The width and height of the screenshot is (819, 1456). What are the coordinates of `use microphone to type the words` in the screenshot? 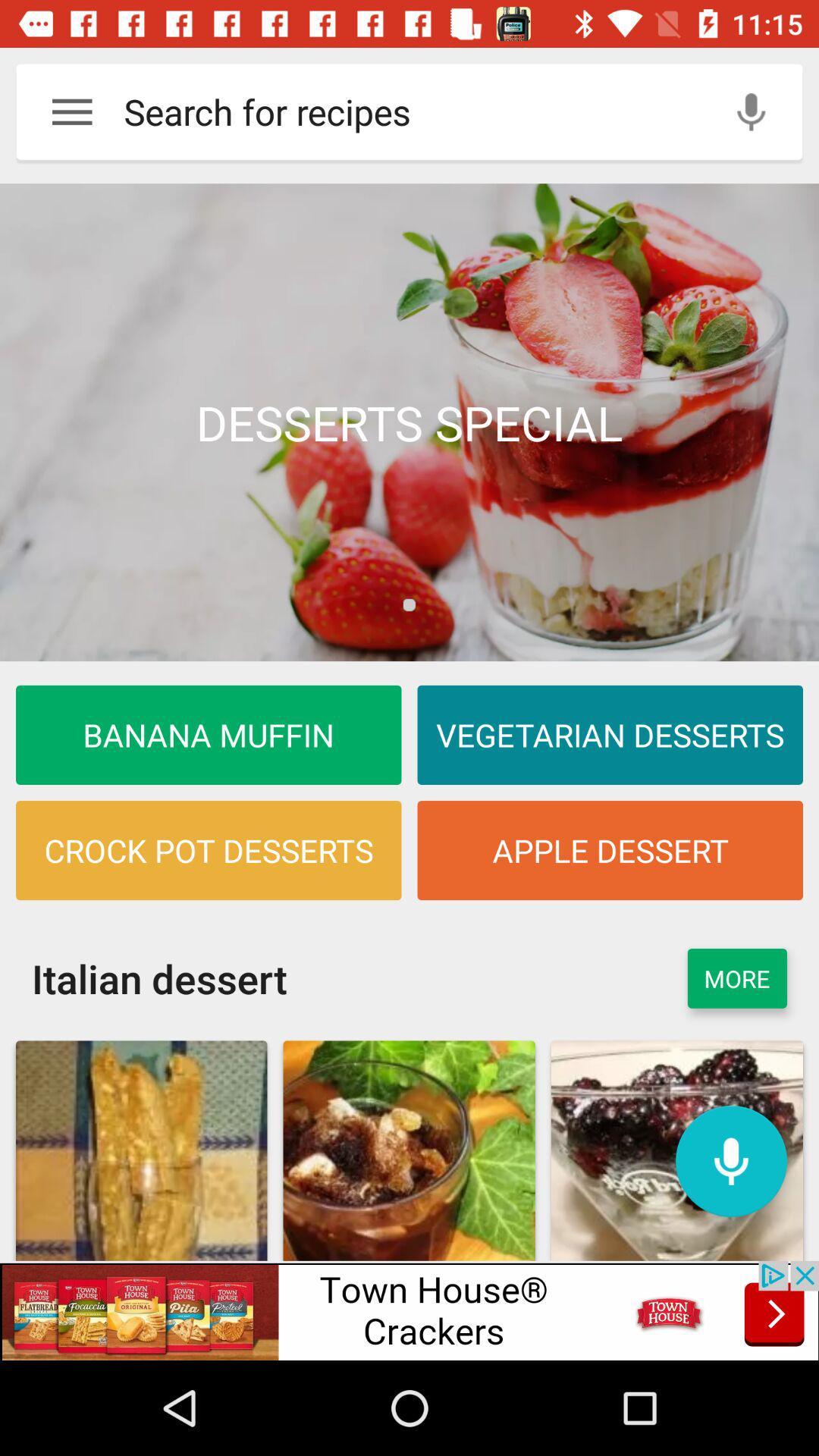 It's located at (751, 111).